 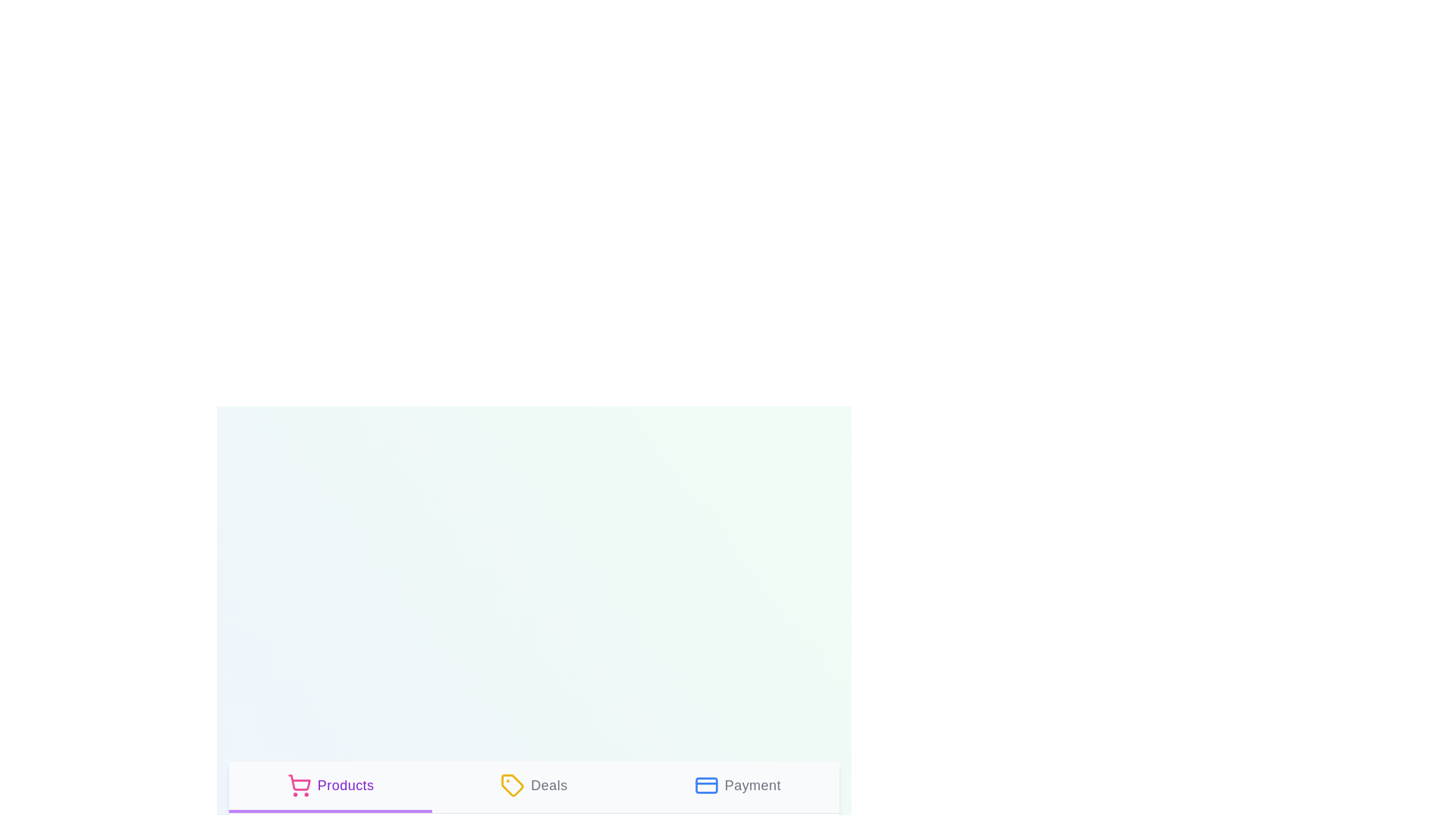 What do you see at coordinates (330, 786) in the screenshot?
I see `the tab labeled Products` at bounding box center [330, 786].